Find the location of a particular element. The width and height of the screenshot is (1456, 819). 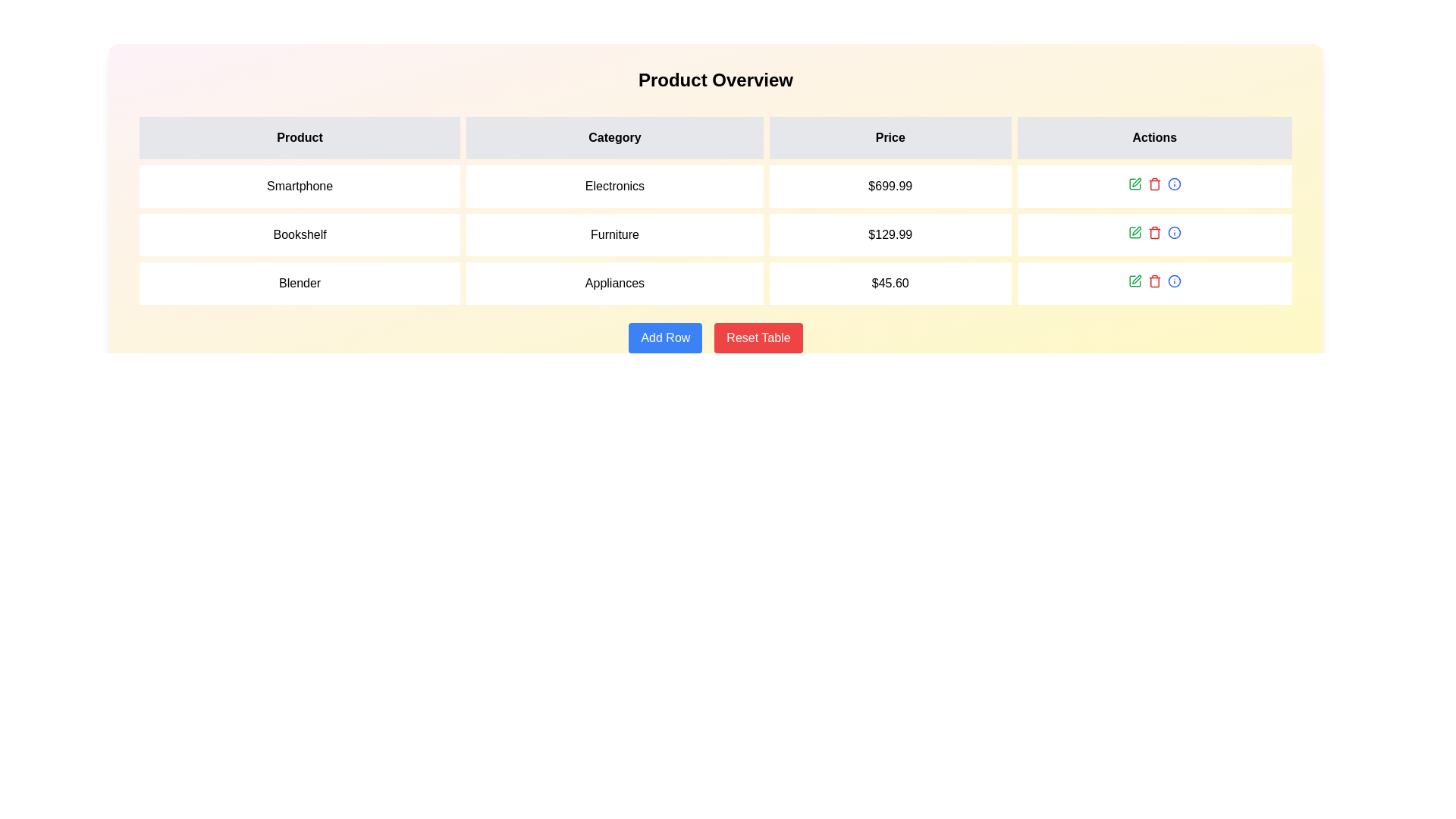

the edit icon button in the first row of the 'Actions' column for the product 'Smartphone' to initiate the edit functionality is located at coordinates (1134, 184).